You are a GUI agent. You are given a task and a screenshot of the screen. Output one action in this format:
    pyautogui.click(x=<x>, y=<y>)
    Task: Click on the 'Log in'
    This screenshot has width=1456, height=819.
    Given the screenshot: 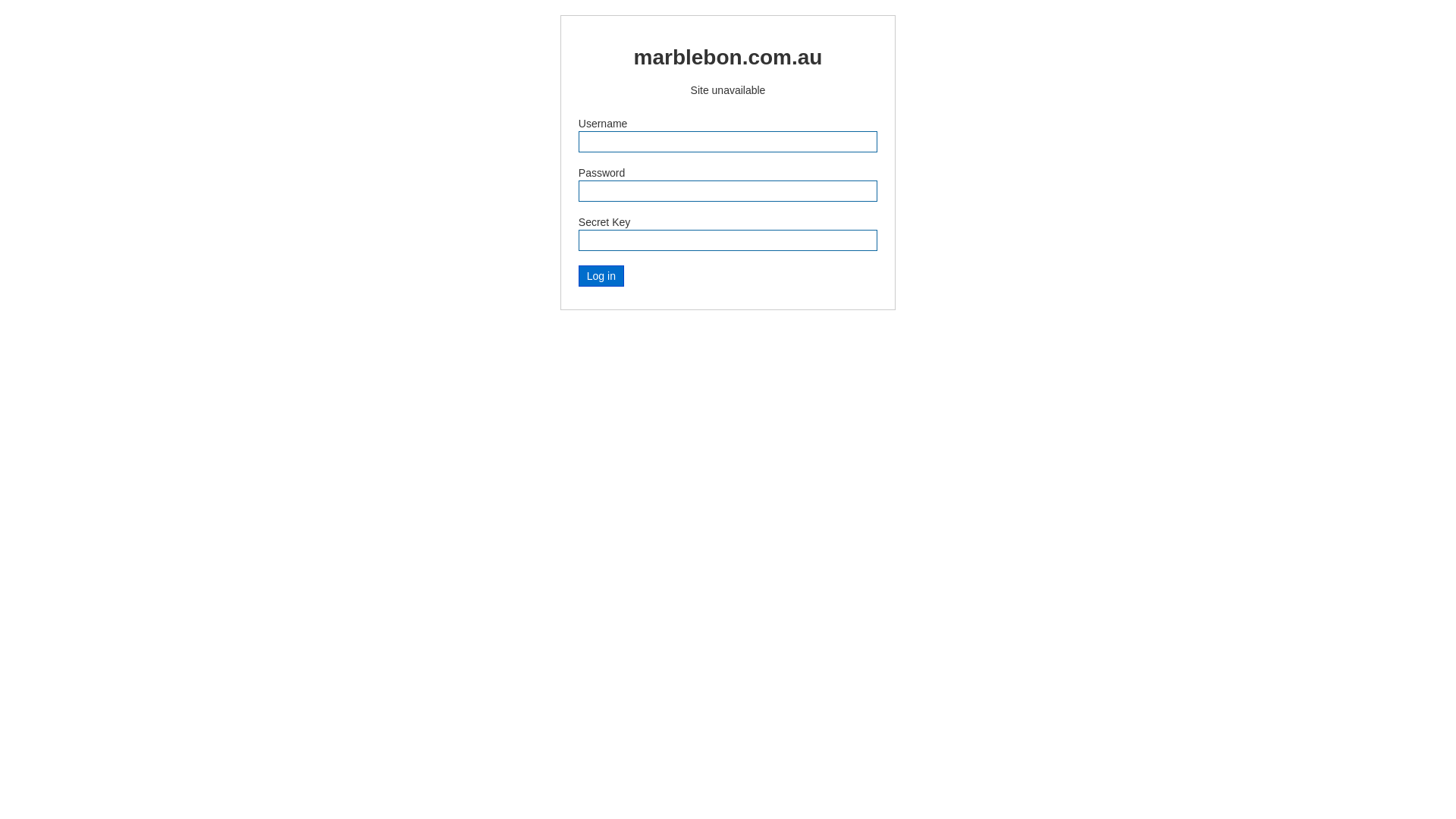 What is the action you would take?
    pyautogui.click(x=600, y=275)
    